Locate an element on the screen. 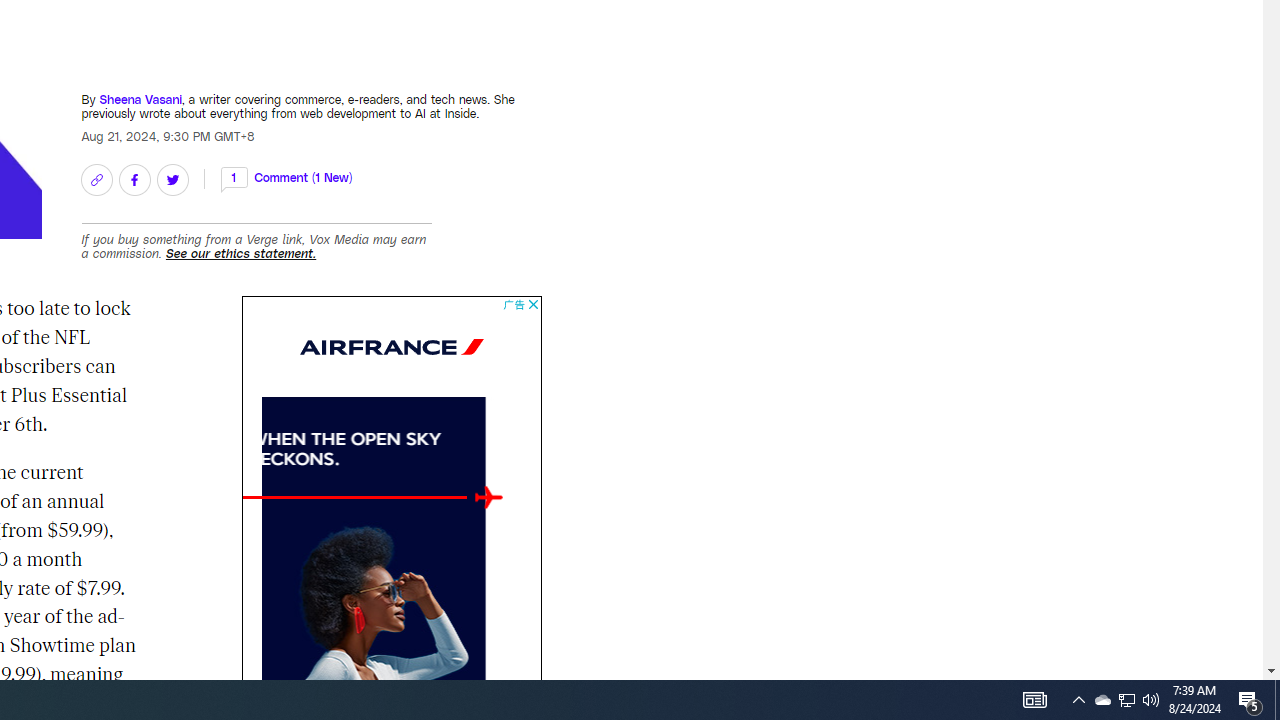 Image resolution: width=1280 pixels, height=720 pixels. 'Sheena Vasani' is located at coordinates (139, 98).